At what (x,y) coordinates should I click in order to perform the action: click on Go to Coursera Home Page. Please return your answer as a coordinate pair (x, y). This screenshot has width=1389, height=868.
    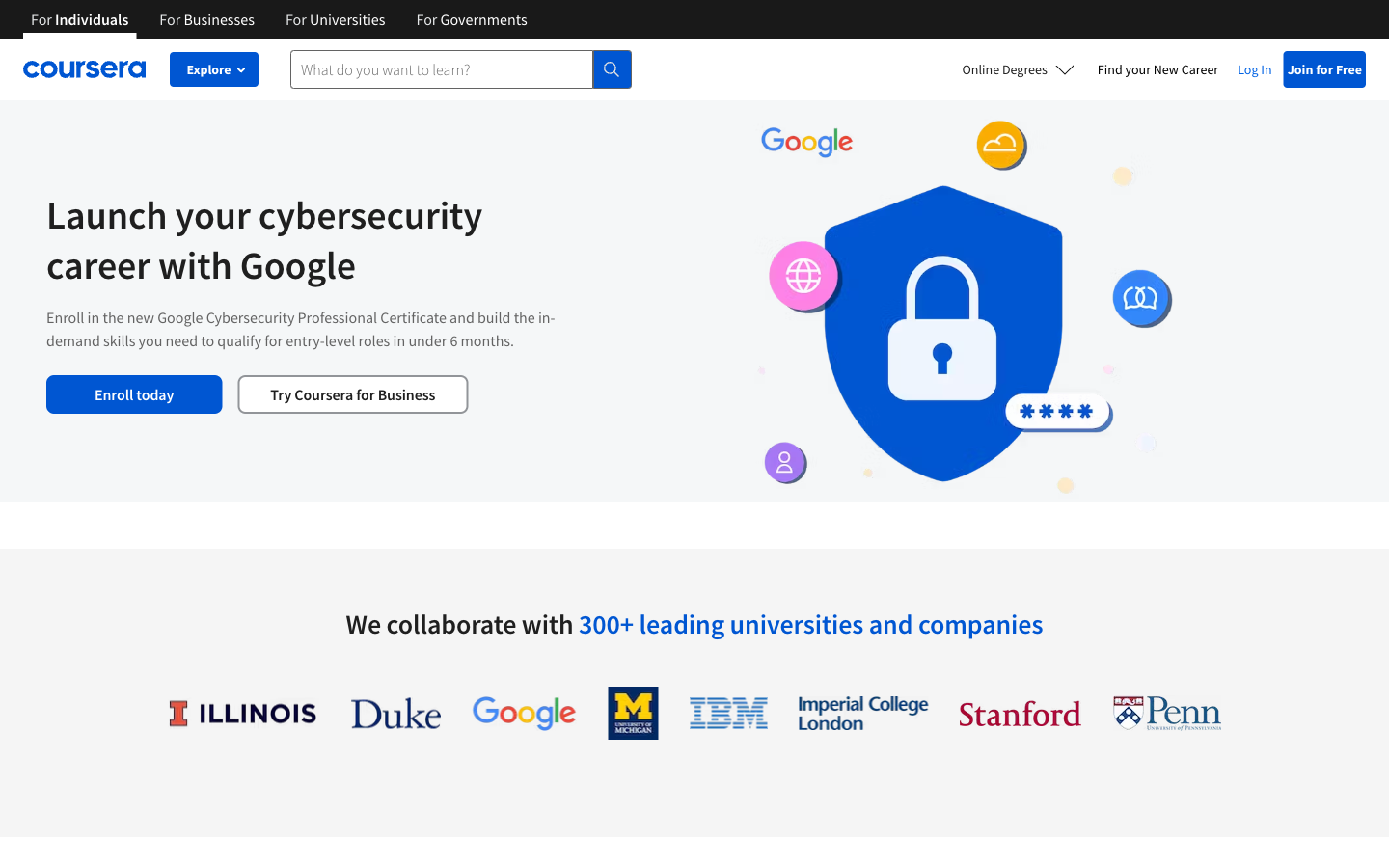
    Looking at the image, I should click on (84, 68).